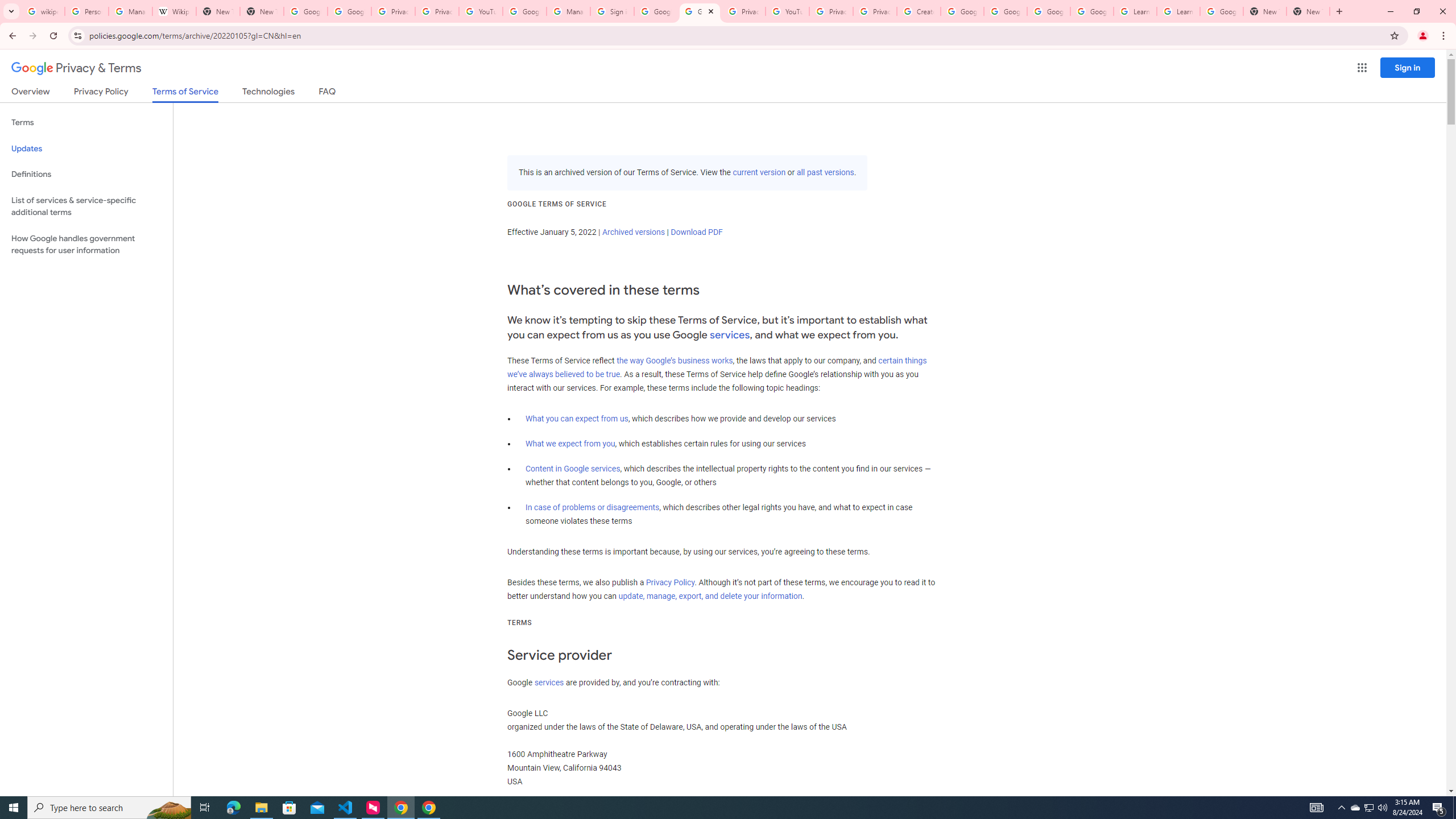 The width and height of the screenshot is (1456, 819). What do you see at coordinates (962, 11) in the screenshot?
I see `'Google Account Help'` at bounding box center [962, 11].